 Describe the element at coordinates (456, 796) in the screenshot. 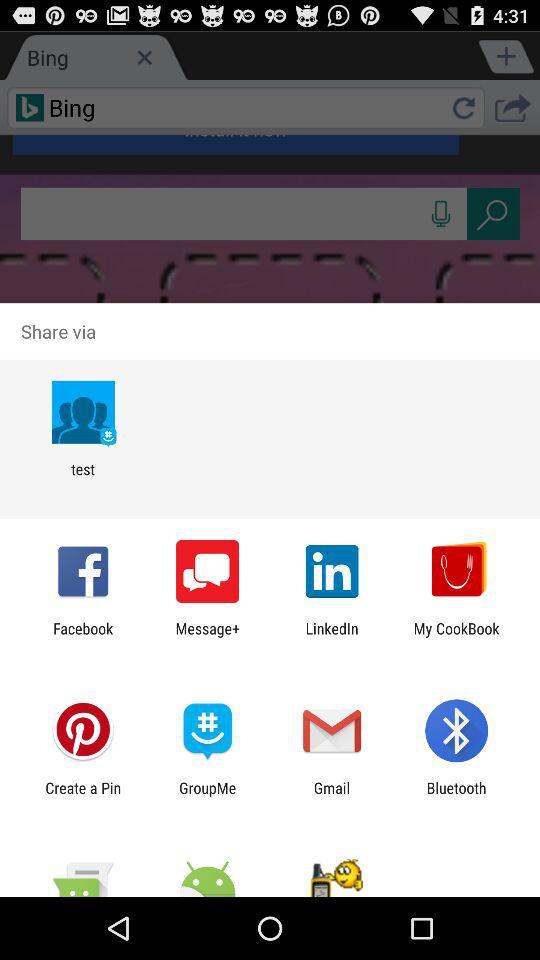

I see `the item next to gmail item` at that location.